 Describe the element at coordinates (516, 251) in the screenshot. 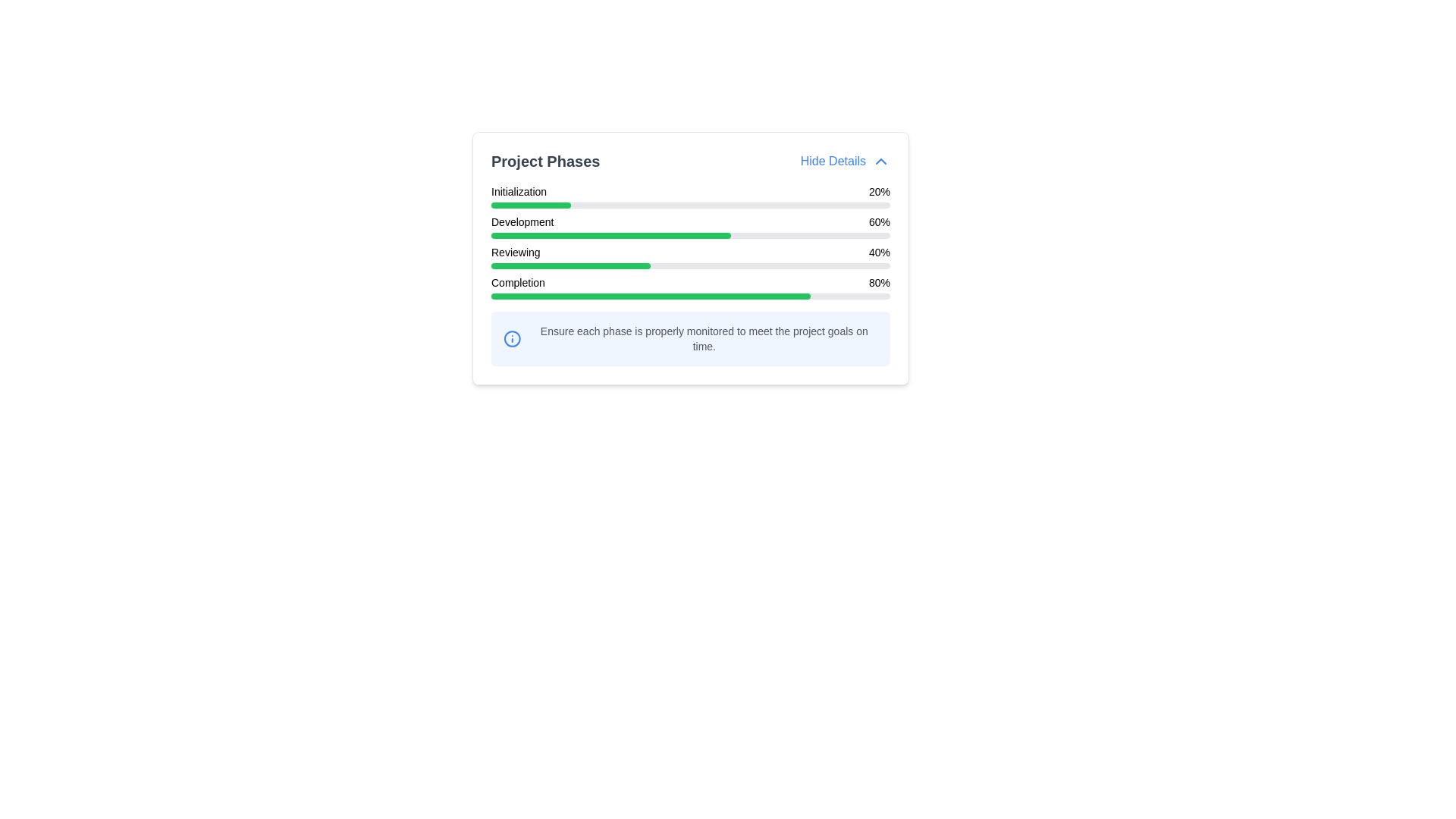

I see `the 'Reviewing' text label within the 'Project Phases' section, which indicates the progression bar for the reviewing phase of a project` at that location.